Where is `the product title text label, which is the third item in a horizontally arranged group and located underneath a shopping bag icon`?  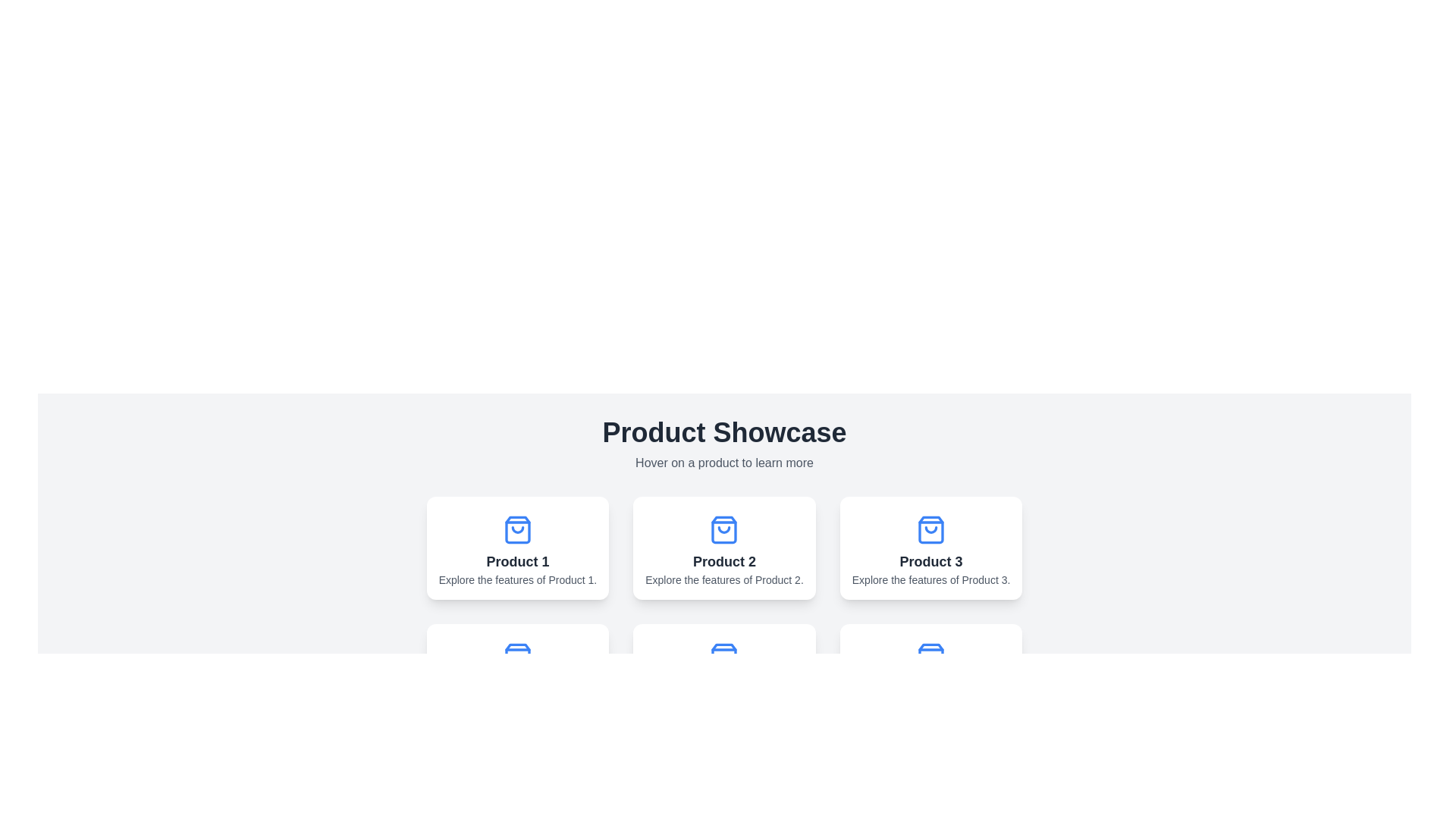 the product title text label, which is the third item in a horizontally arranged group and located underneath a shopping bag icon is located at coordinates (930, 561).